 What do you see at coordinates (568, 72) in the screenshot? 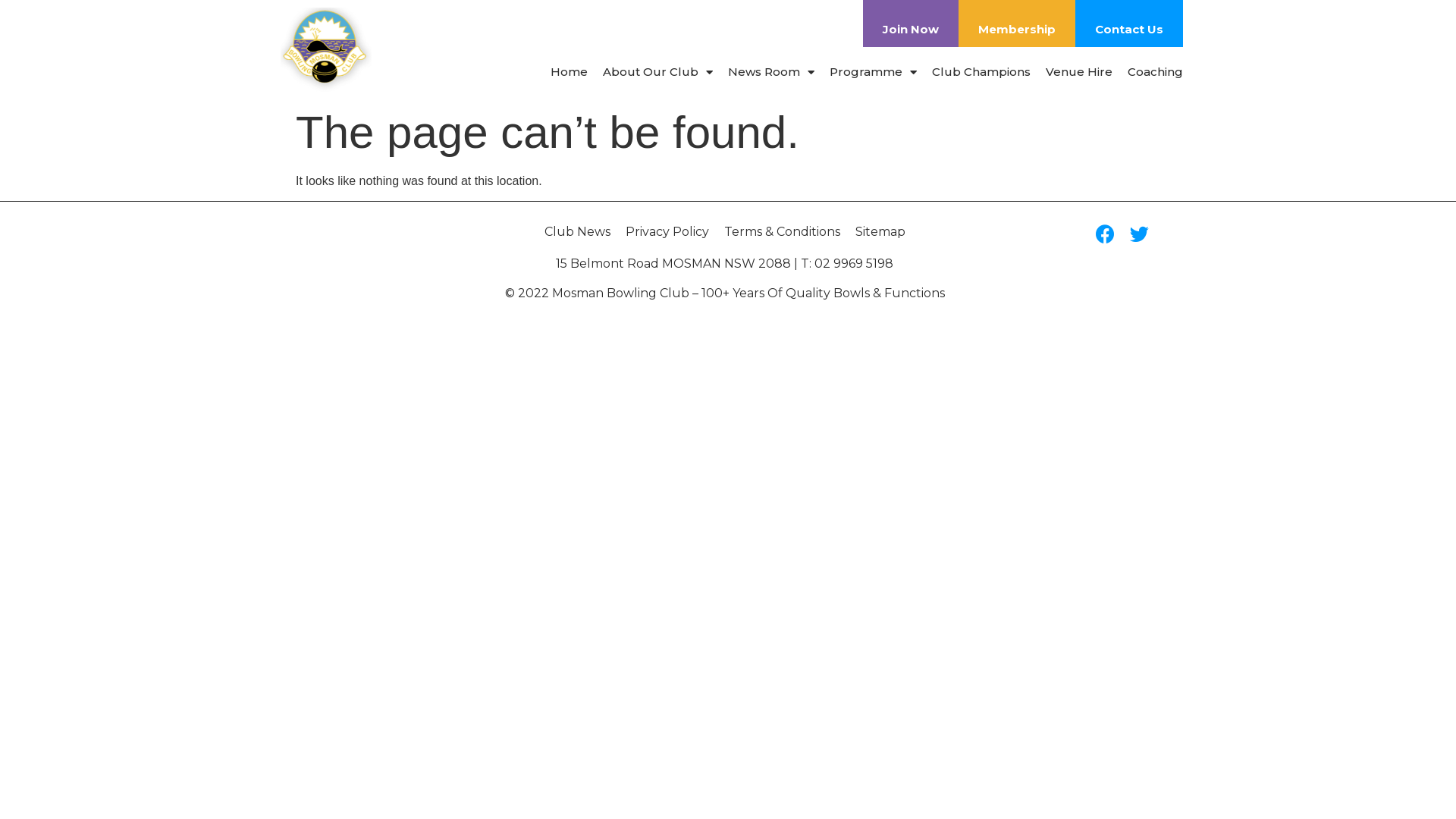
I see `'Home'` at bounding box center [568, 72].